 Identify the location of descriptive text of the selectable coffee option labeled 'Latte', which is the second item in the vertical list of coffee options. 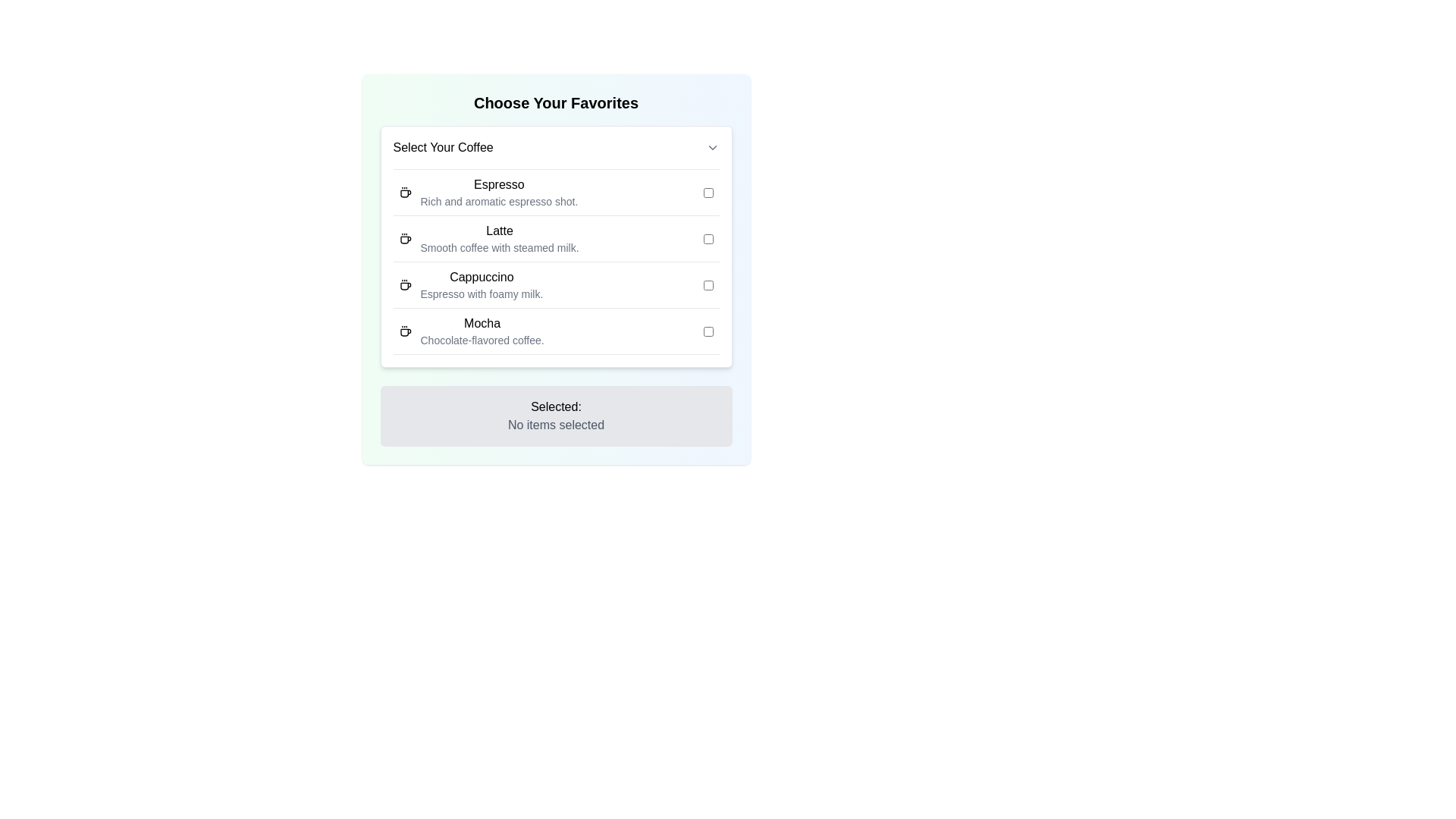
(555, 239).